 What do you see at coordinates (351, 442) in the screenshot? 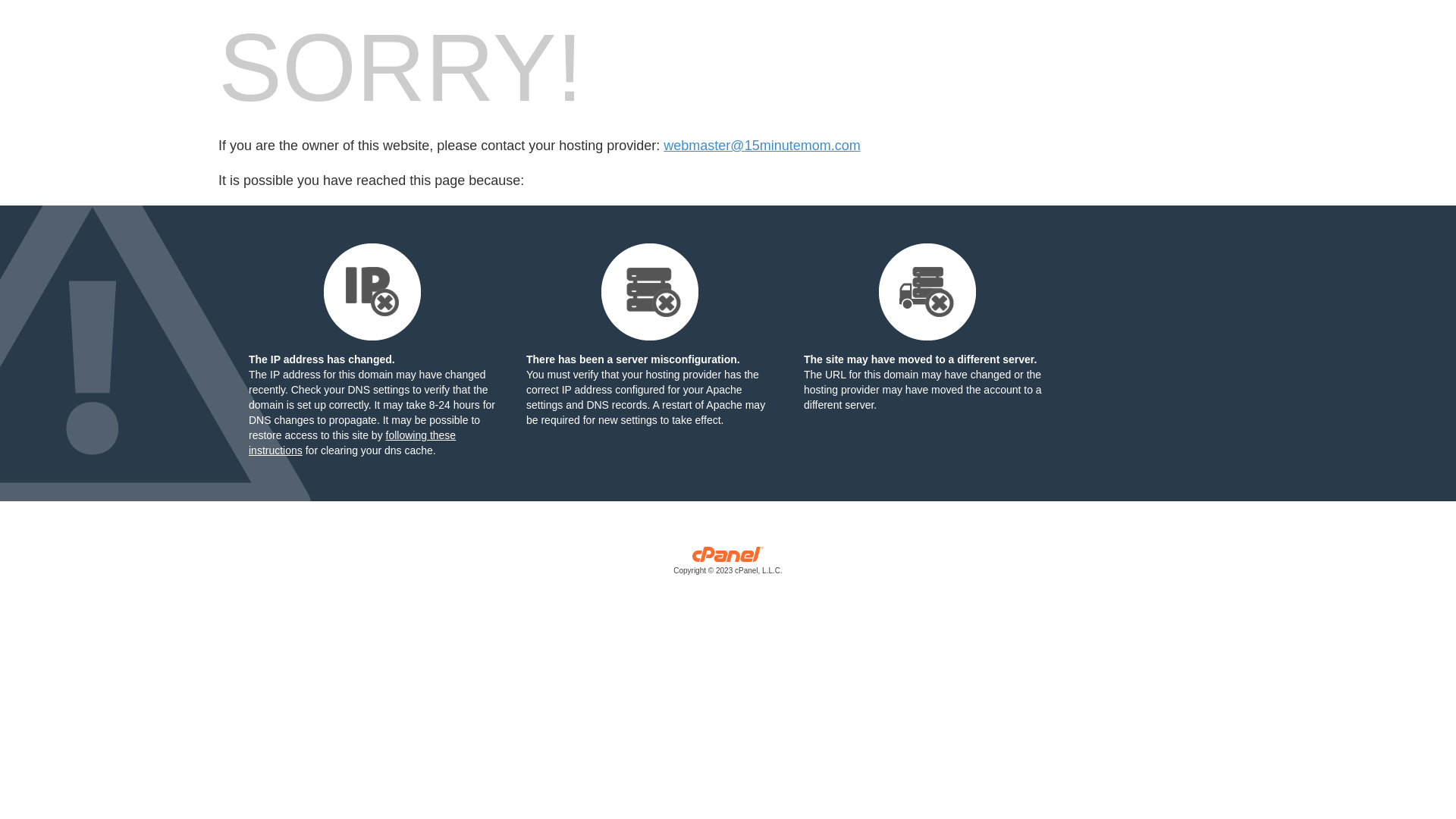
I see `'following these instructions'` at bounding box center [351, 442].